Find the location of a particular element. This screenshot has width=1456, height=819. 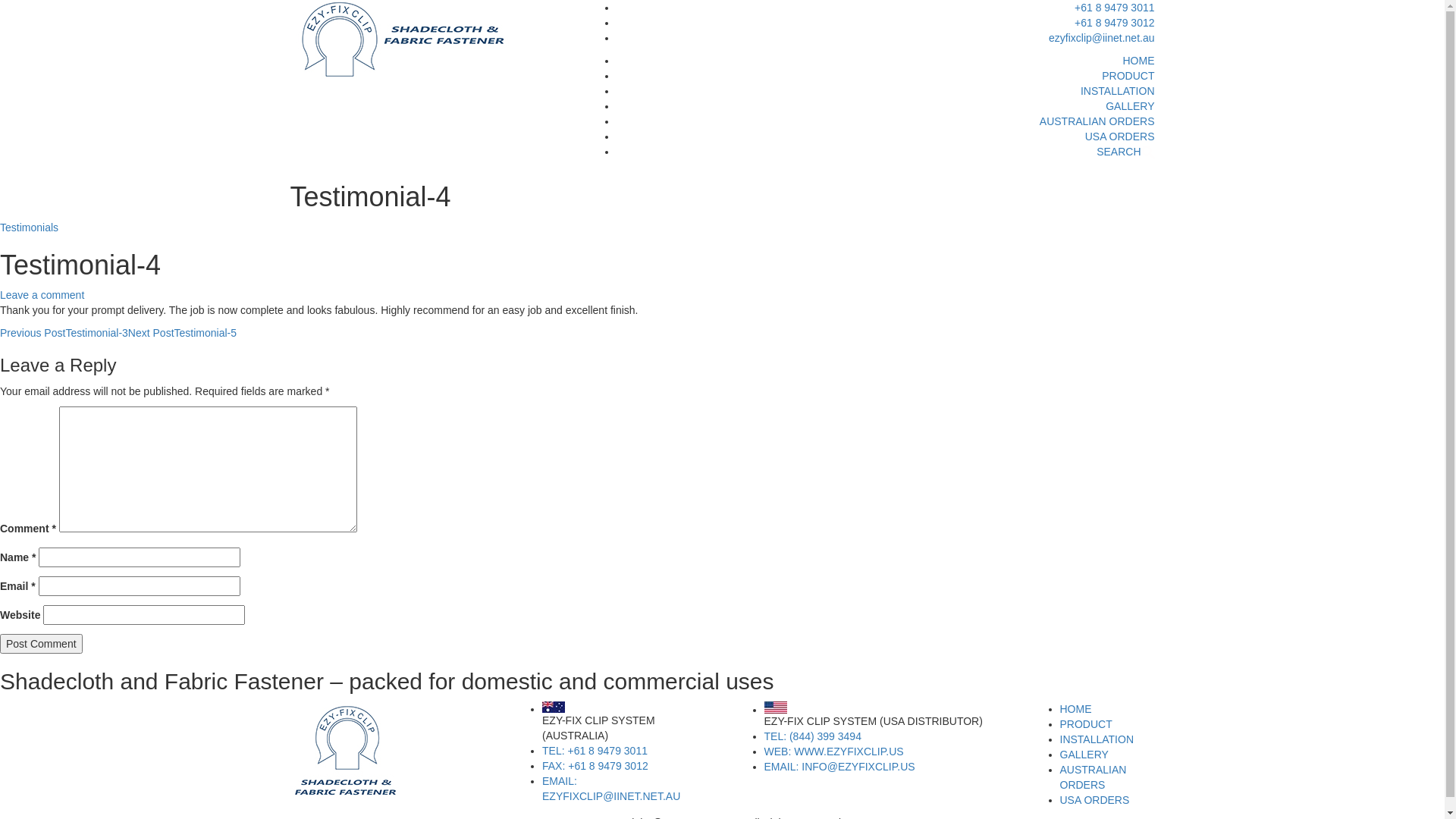

'GALLERY' is located at coordinates (1084, 755).